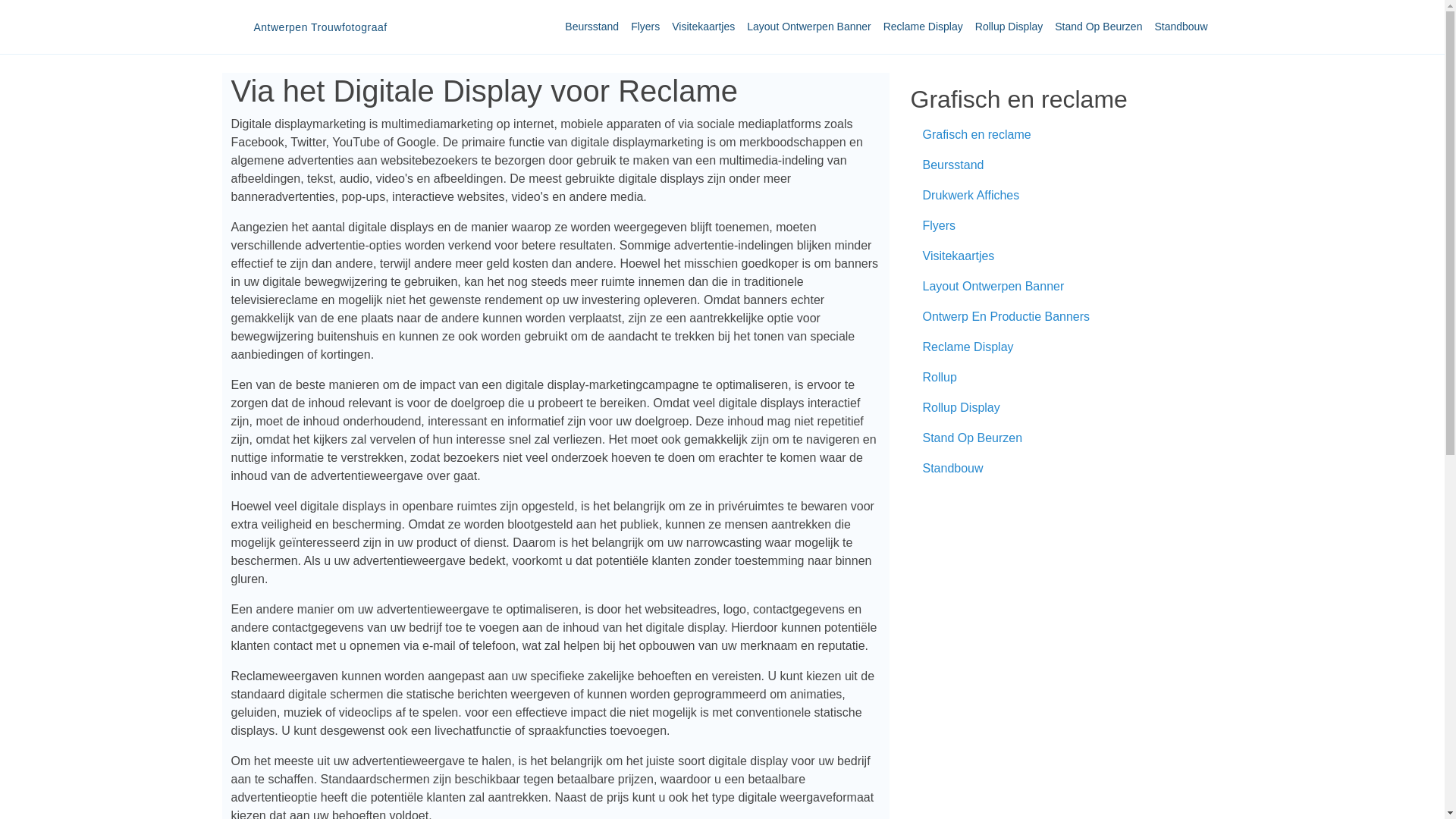 Image resolution: width=1456 pixels, height=819 pixels. I want to click on 'Reclame Display', so click(922, 27).